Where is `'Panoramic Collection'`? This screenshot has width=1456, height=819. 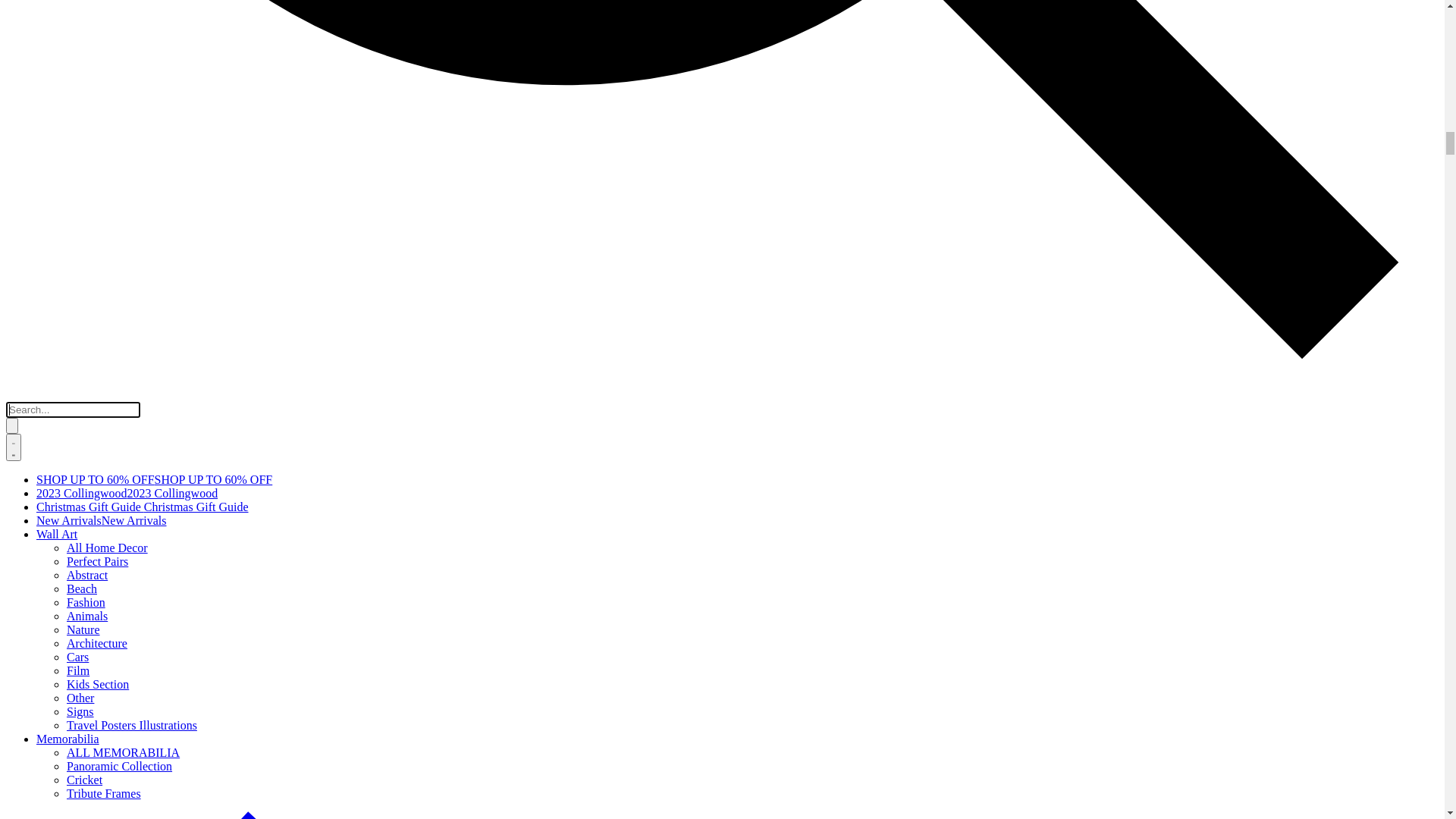 'Panoramic Collection' is located at coordinates (58, 332).